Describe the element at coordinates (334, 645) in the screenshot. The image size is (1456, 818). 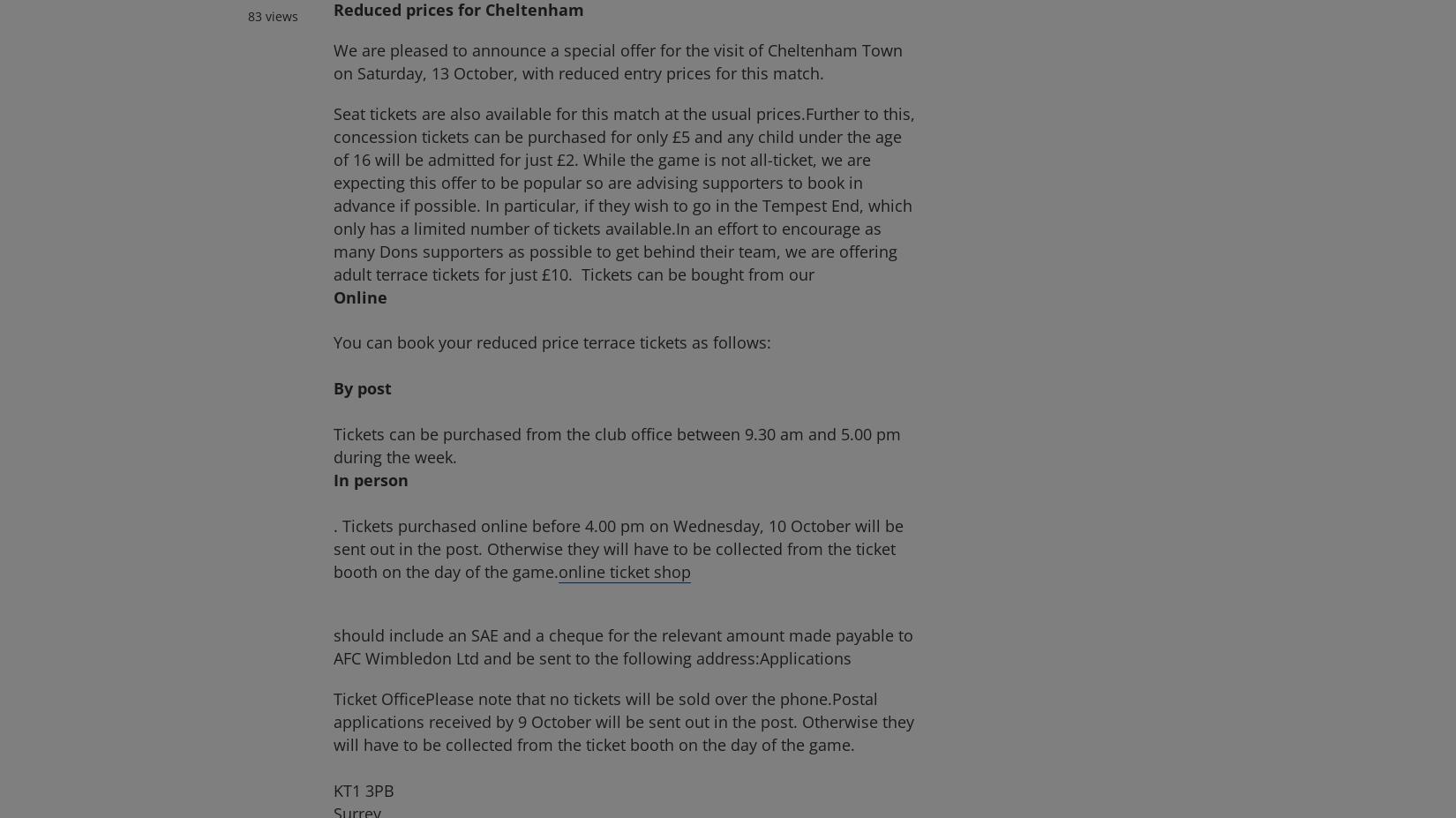
I see `'should include an SAE and a cheque for the relevant amount made payable to AFC Wimbledon Ltd and be sent to the following address:Applications'` at that location.